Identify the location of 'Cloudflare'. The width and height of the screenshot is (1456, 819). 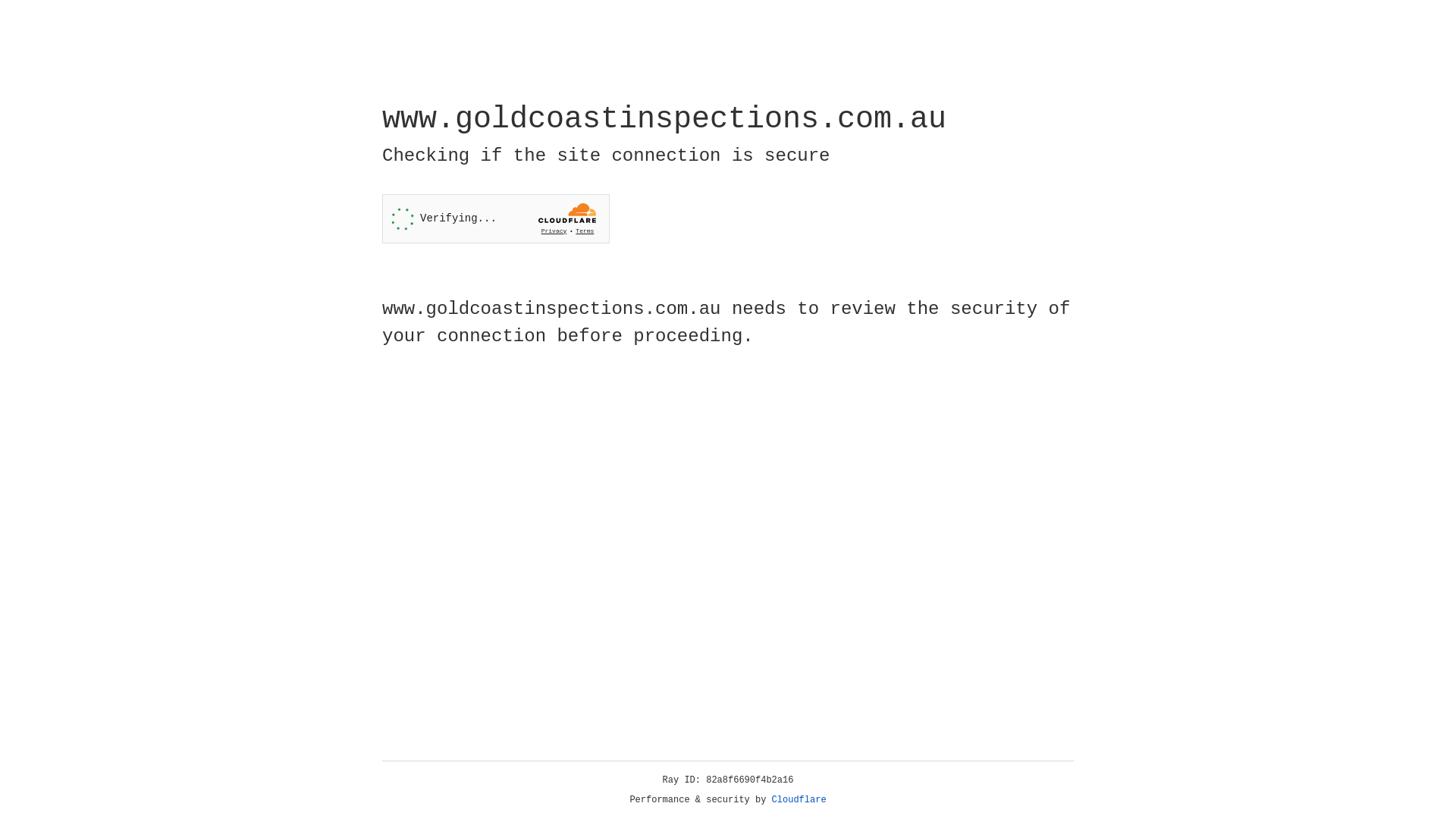
(799, 799).